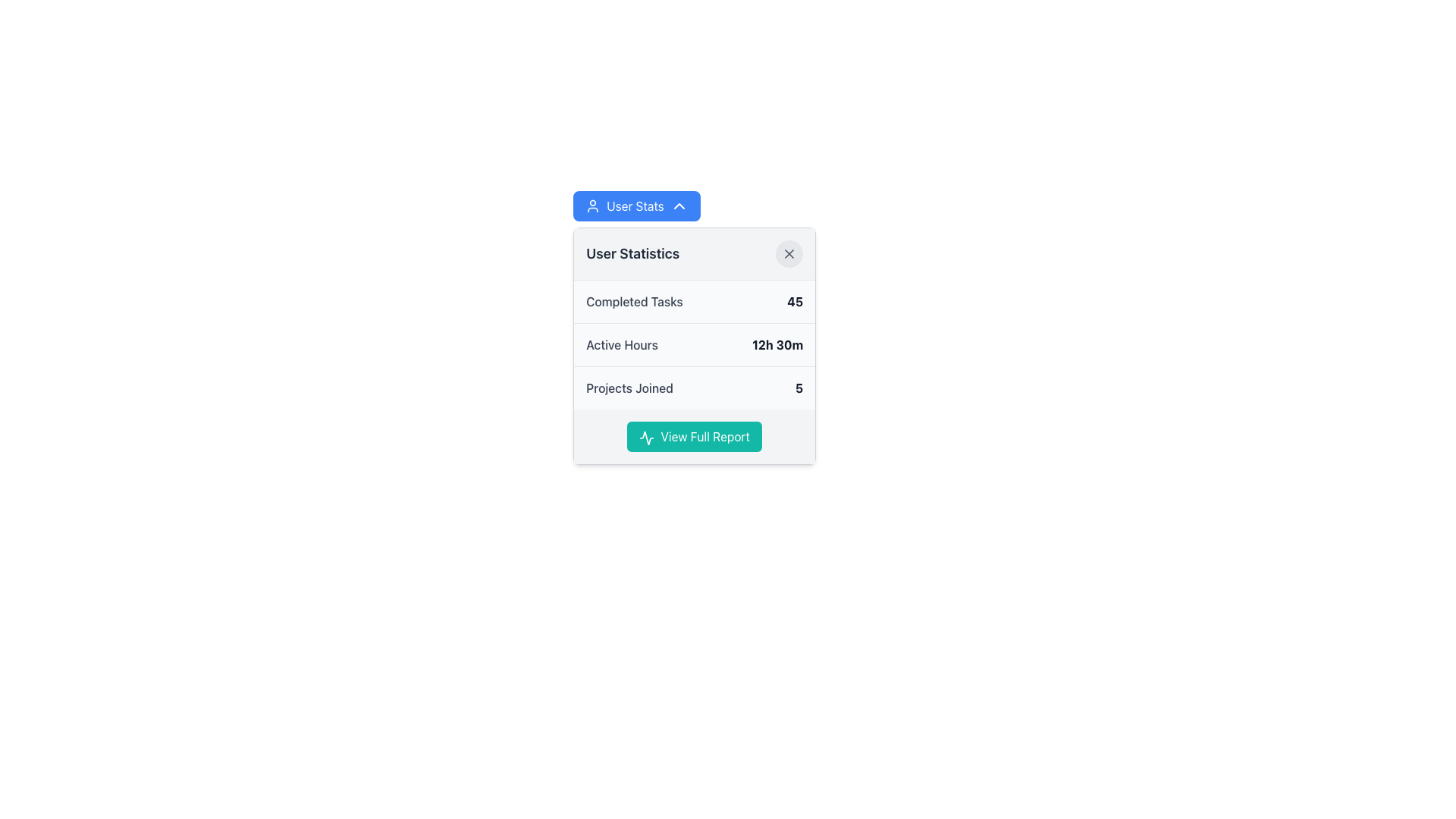  Describe the element at coordinates (622, 345) in the screenshot. I see `the Text Label that describes the active hours metric display, which is positioned to the left of the duration '12h 30m' in the 'User Statistics' section` at that location.